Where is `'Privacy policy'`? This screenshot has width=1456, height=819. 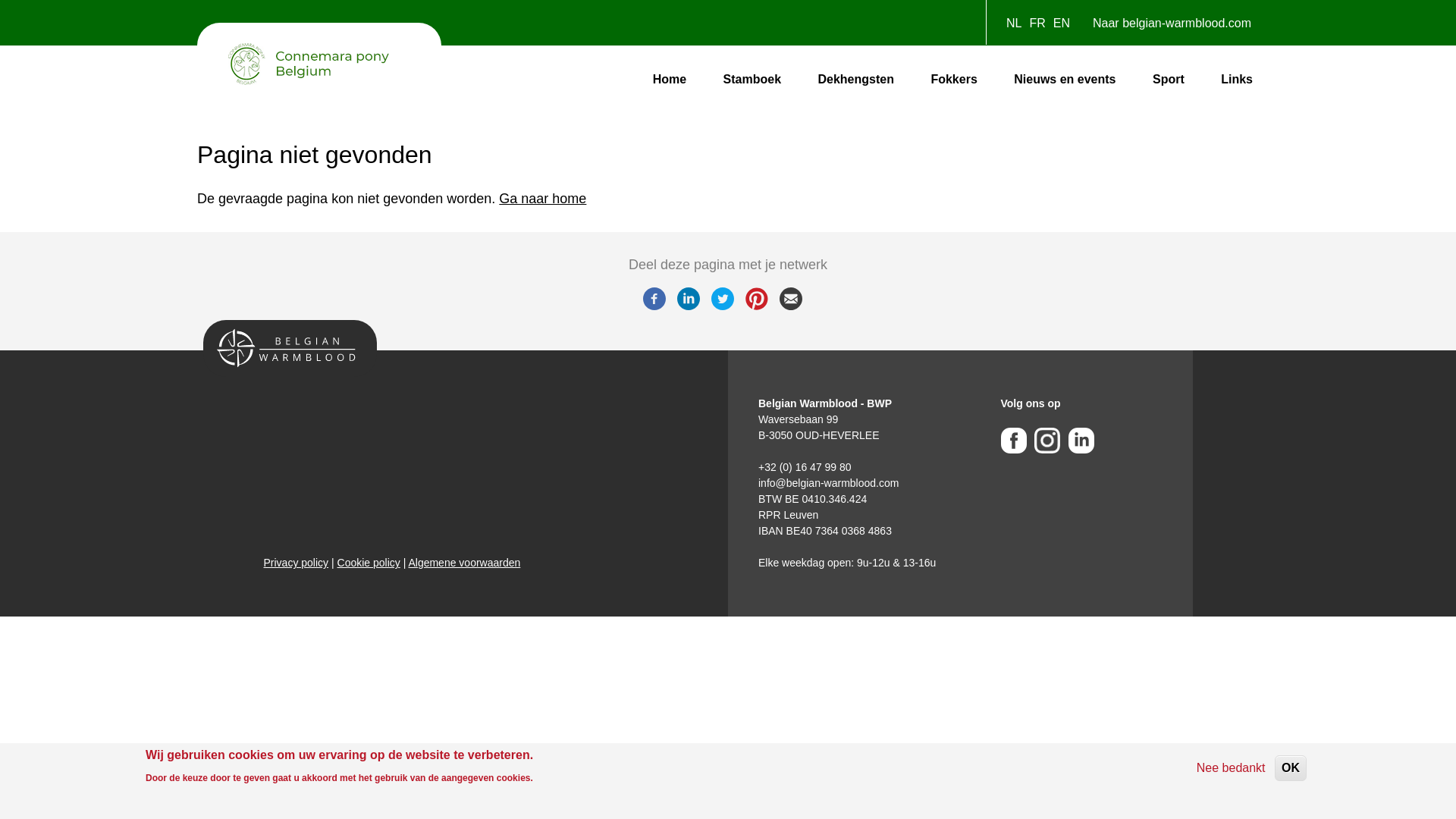
'Privacy policy' is located at coordinates (296, 562).